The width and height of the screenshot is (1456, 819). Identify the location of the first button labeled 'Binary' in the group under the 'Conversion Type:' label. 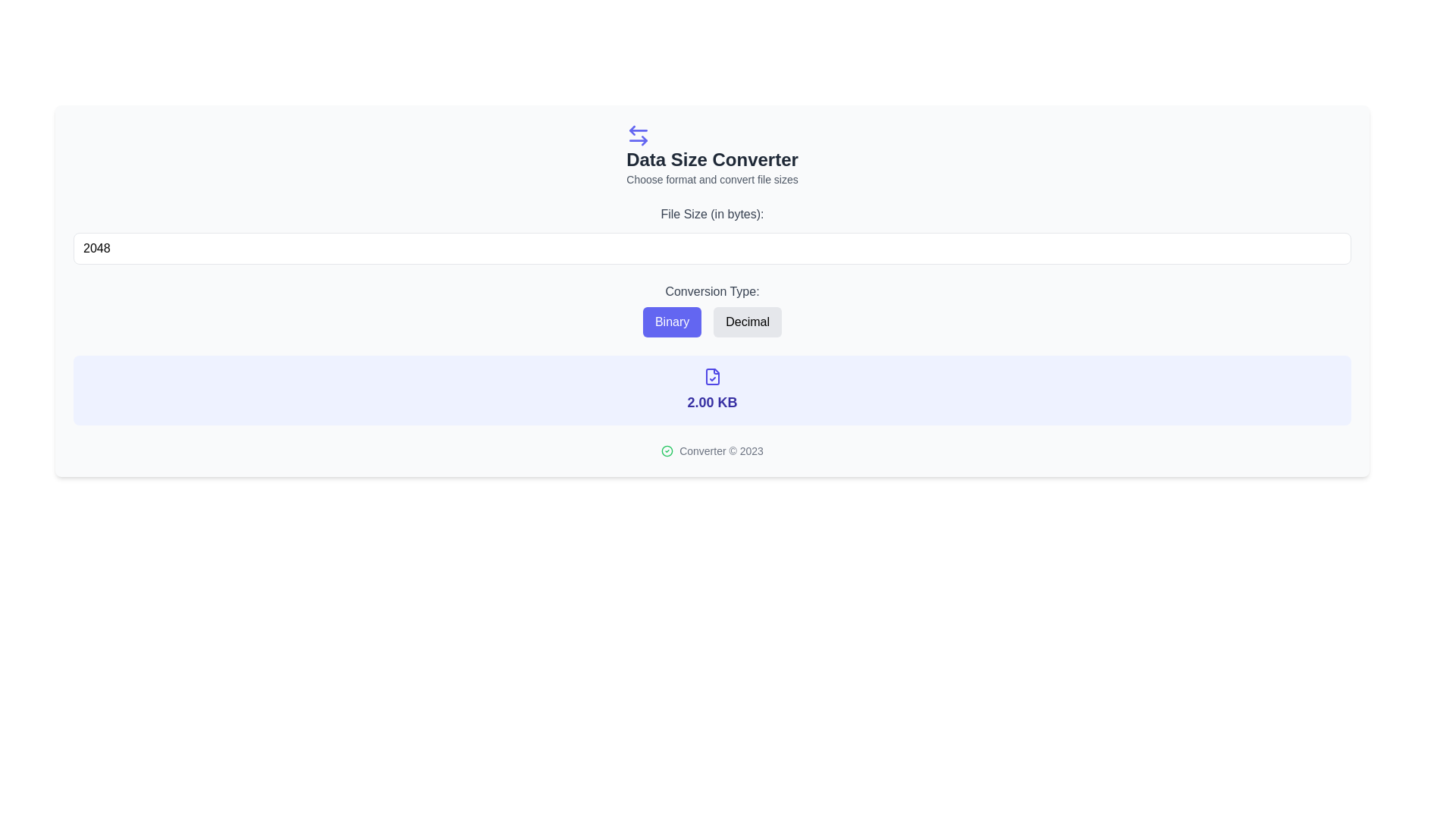
(671, 321).